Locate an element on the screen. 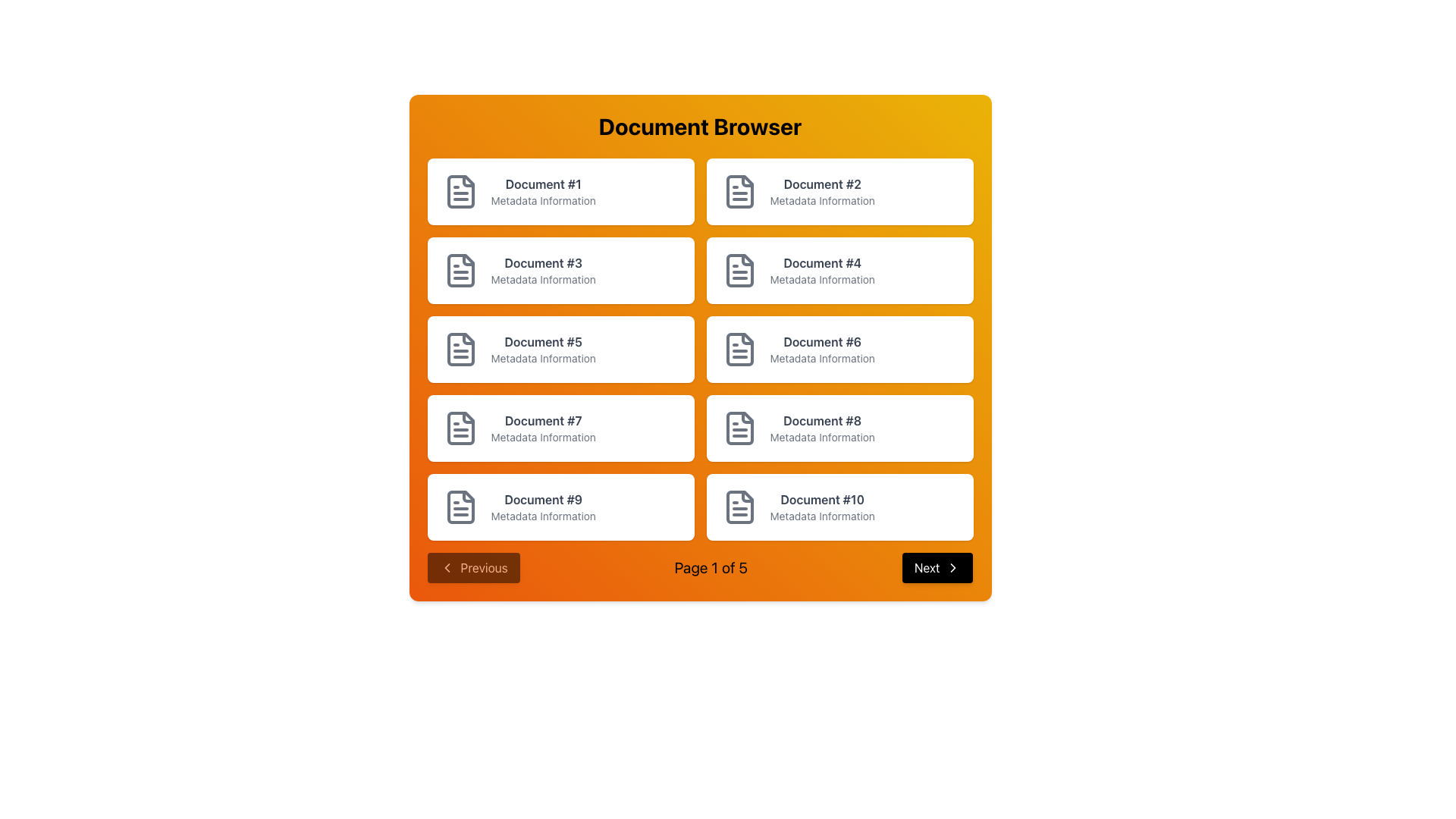 The height and width of the screenshot is (819, 1456). text displayed in the Text Label that shows 'Document #4' and 'Metadata Information', which is centrally aligned and styled in dark font color over a white background is located at coordinates (821, 270).